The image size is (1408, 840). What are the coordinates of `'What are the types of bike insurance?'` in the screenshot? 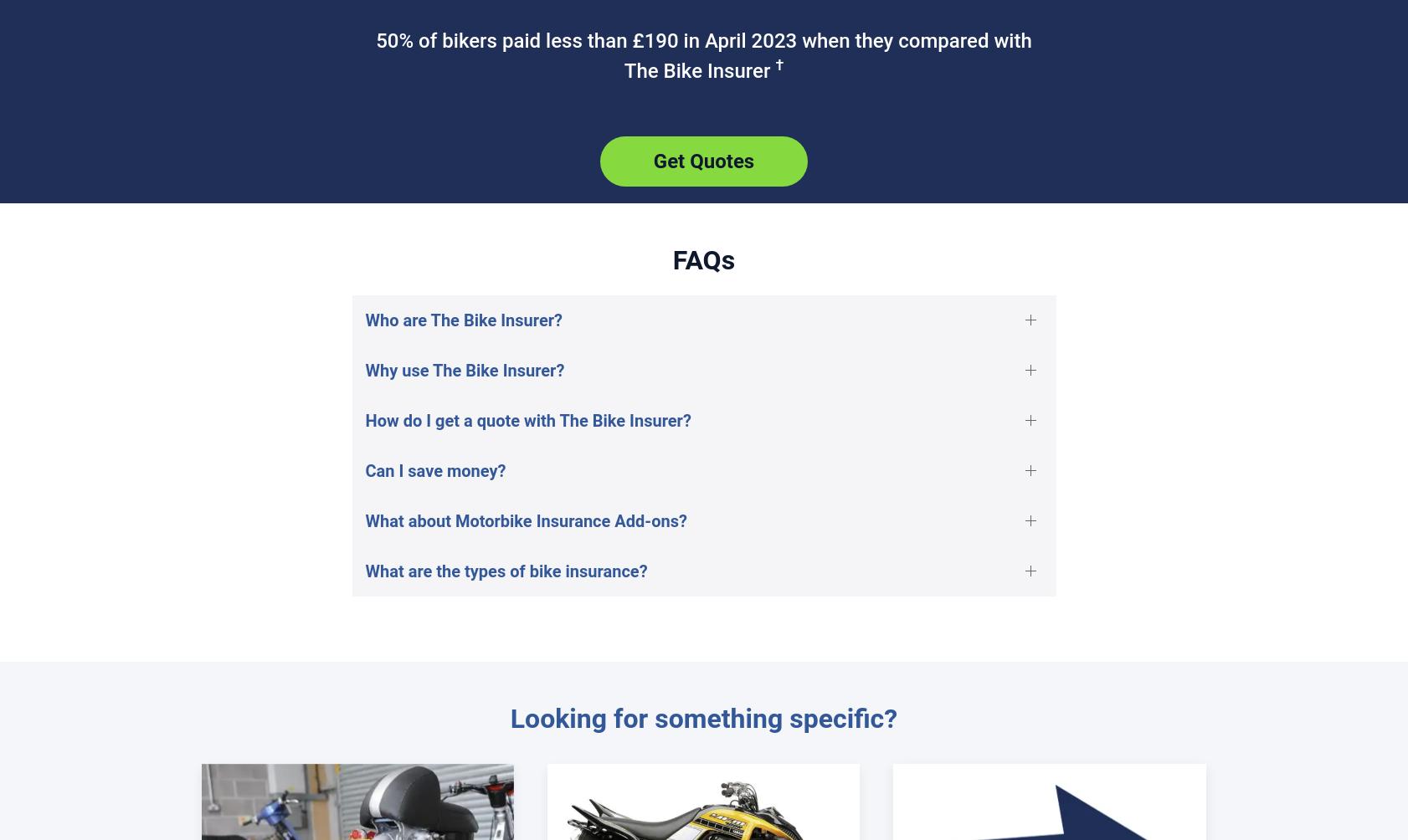 It's located at (506, 570).